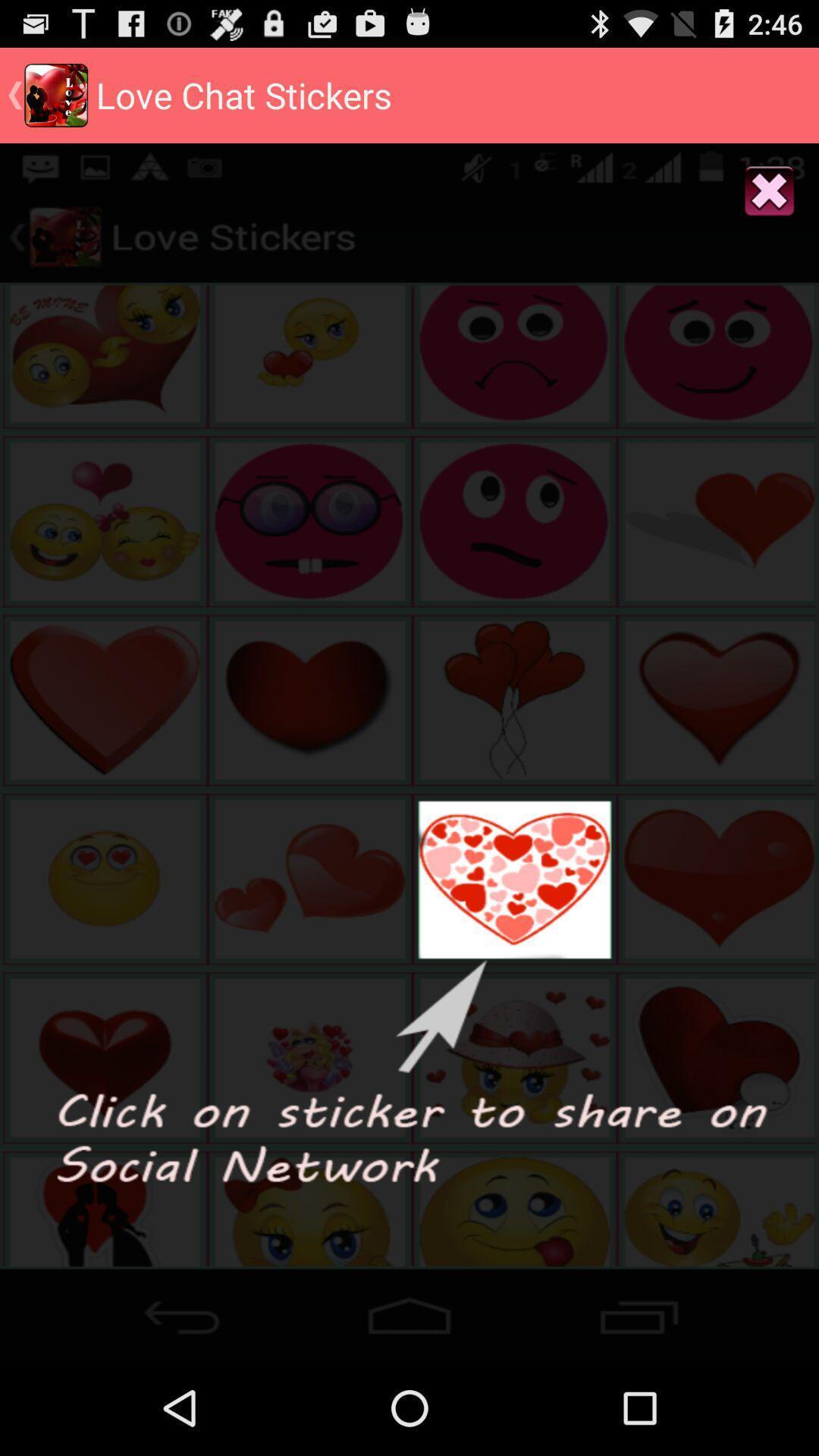 This screenshot has height=1456, width=819. I want to click on option, so click(770, 191).